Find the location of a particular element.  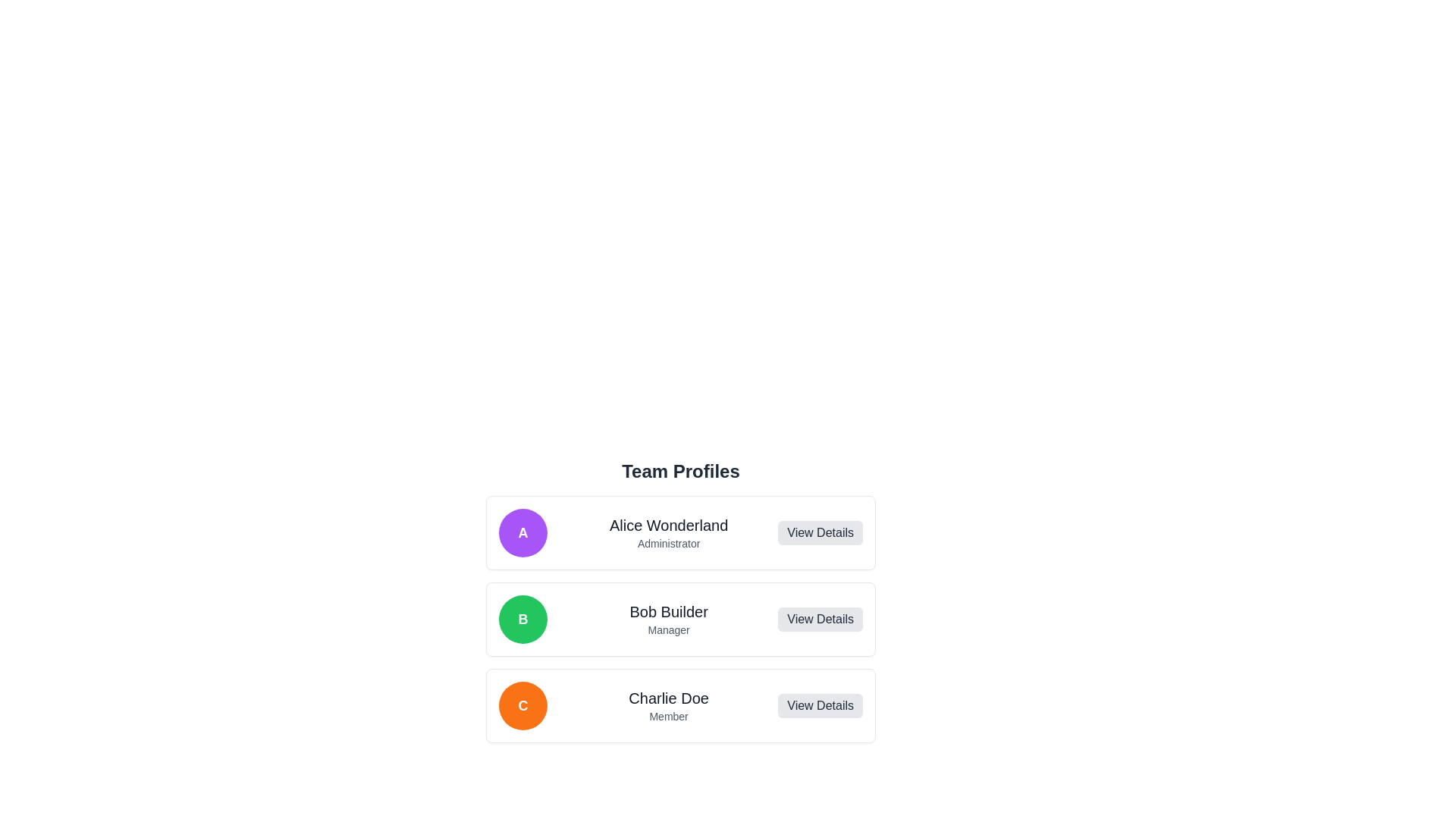

the circular badge with a purple background and a bold white letter 'A' at its center, located at the top-left corner of the profile card is located at coordinates (523, 532).